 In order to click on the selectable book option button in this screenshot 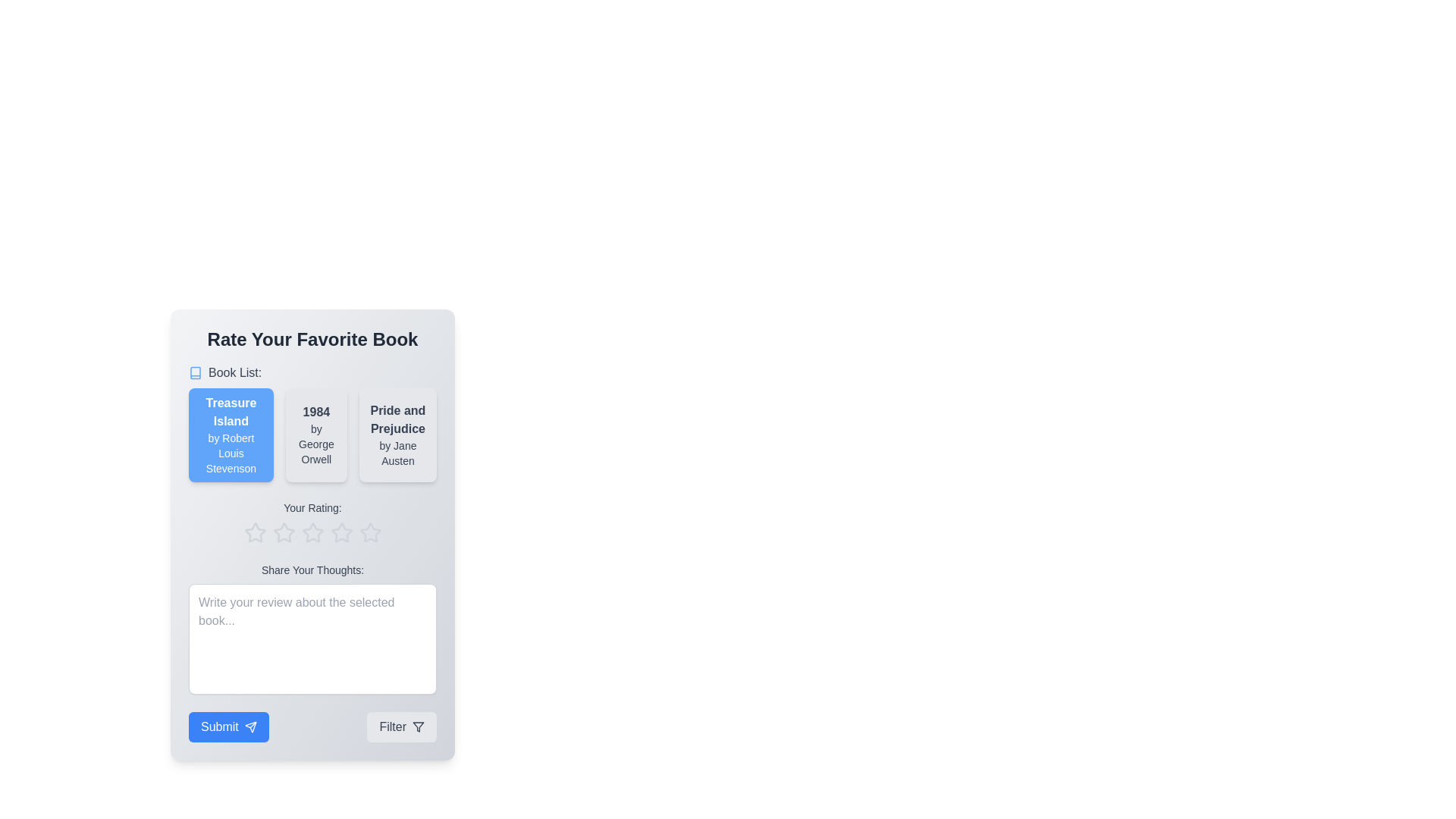, I will do `click(397, 435)`.